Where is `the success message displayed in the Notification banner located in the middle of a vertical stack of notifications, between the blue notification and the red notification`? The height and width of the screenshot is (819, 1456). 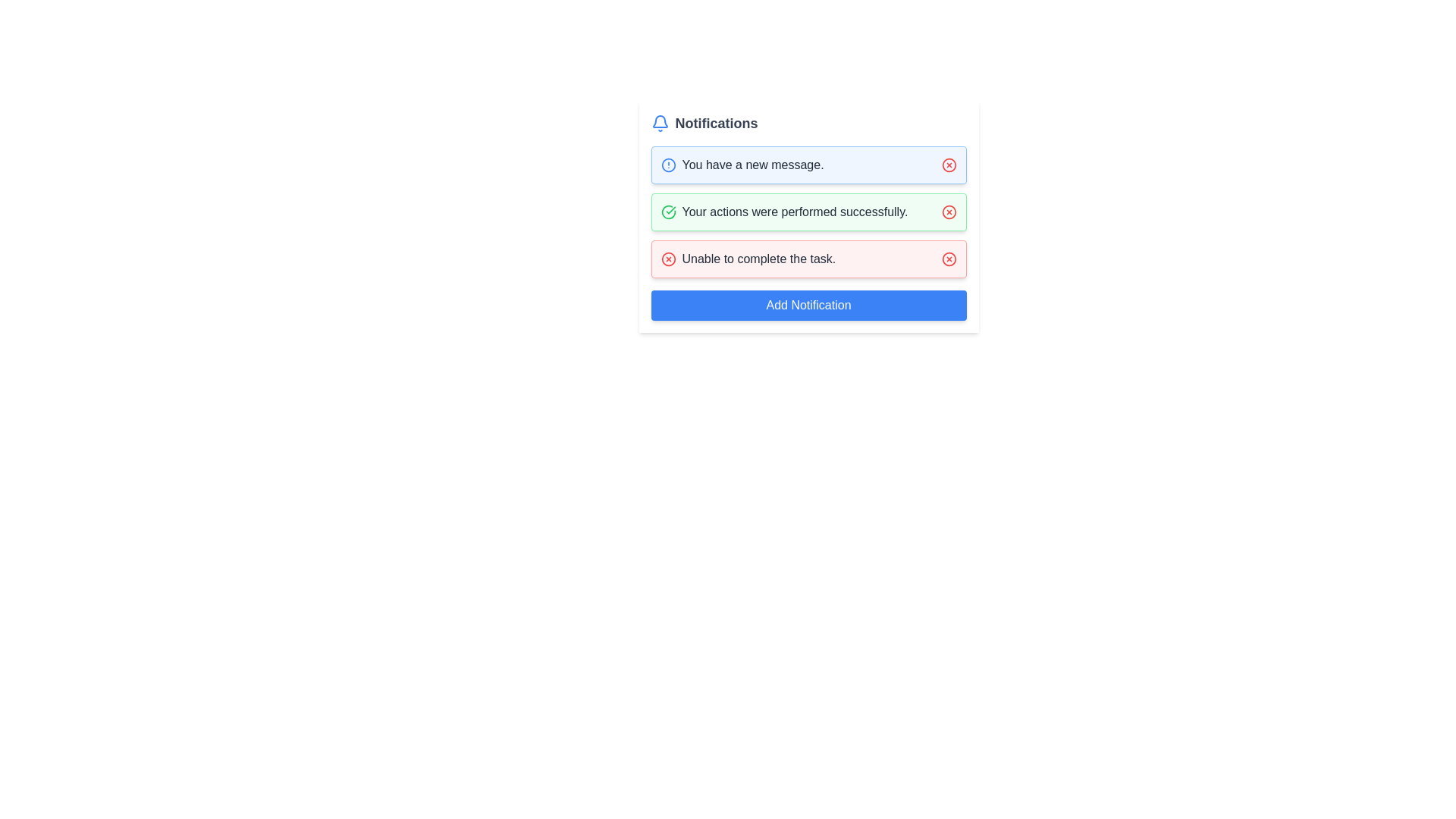
the success message displayed in the Notification banner located in the middle of a vertical stack of notifications, between the blue notification and the red notification is located at coordinates (808, 212).